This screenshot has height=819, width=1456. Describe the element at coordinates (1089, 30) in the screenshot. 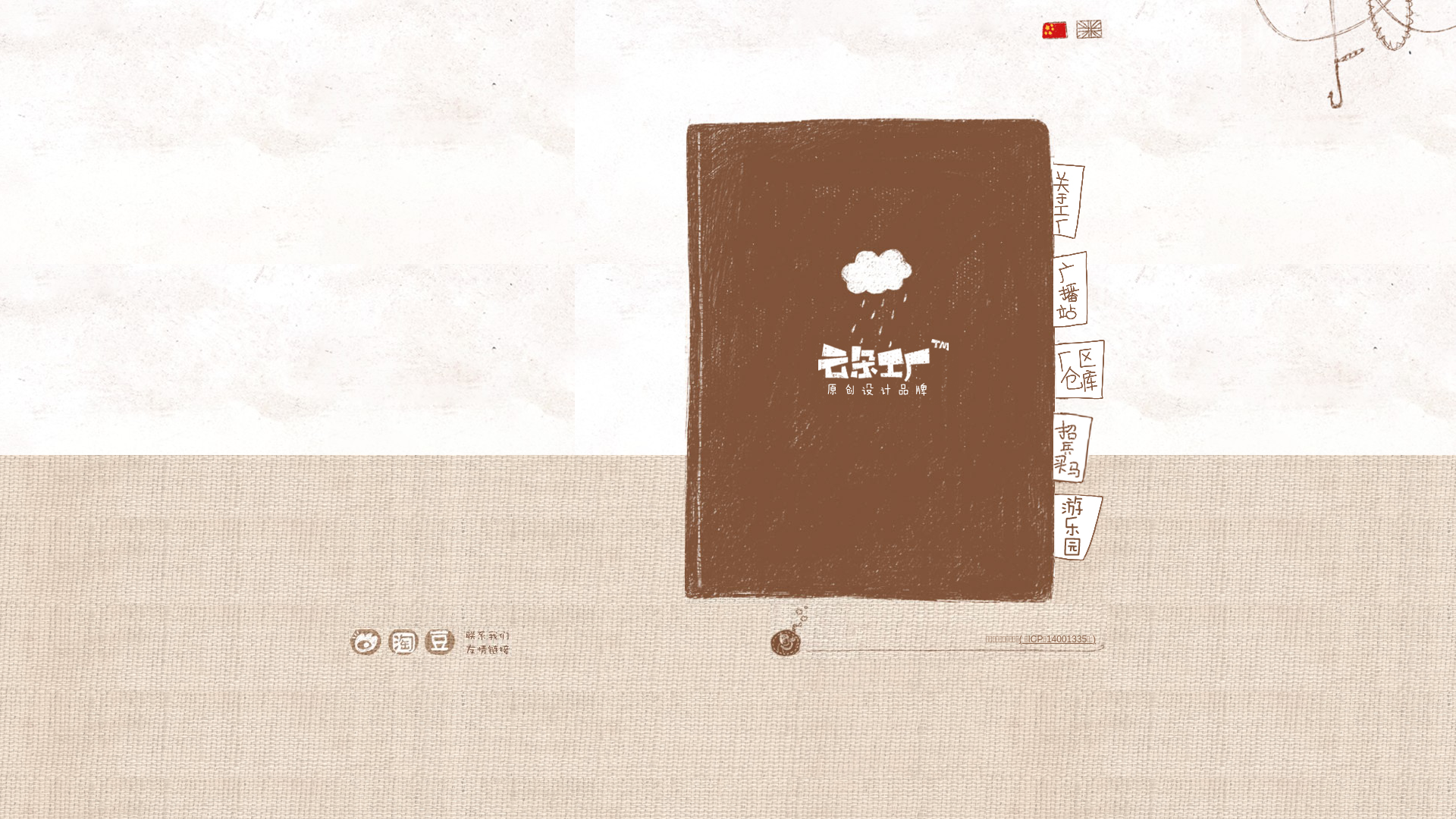

I see `'English'` at that location.